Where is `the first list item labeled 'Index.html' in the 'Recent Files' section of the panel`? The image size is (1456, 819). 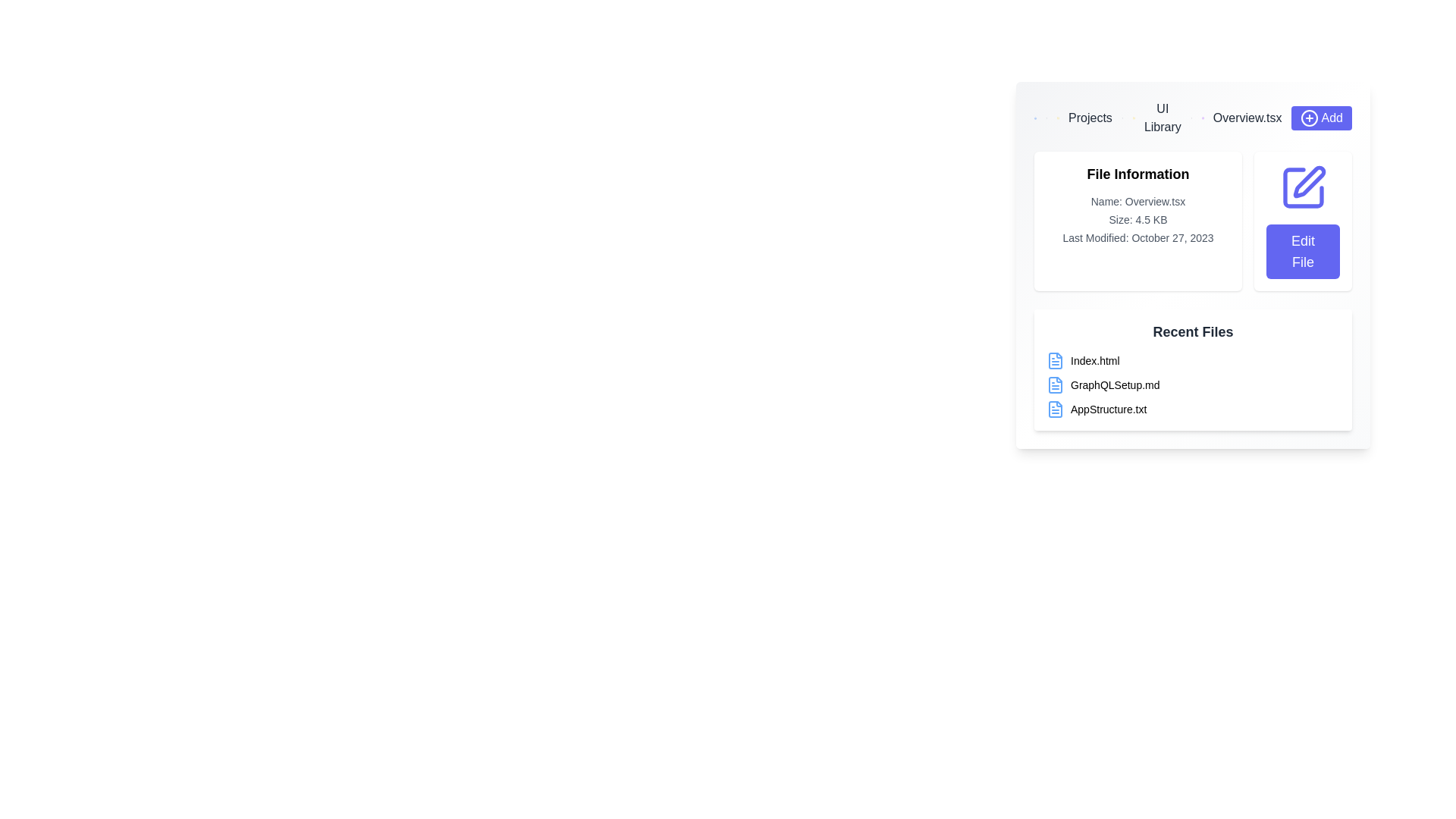
the first list item labeled 'Index.html' in the 'Recent Files' section of the panel is located at coordinates (1192, 360).